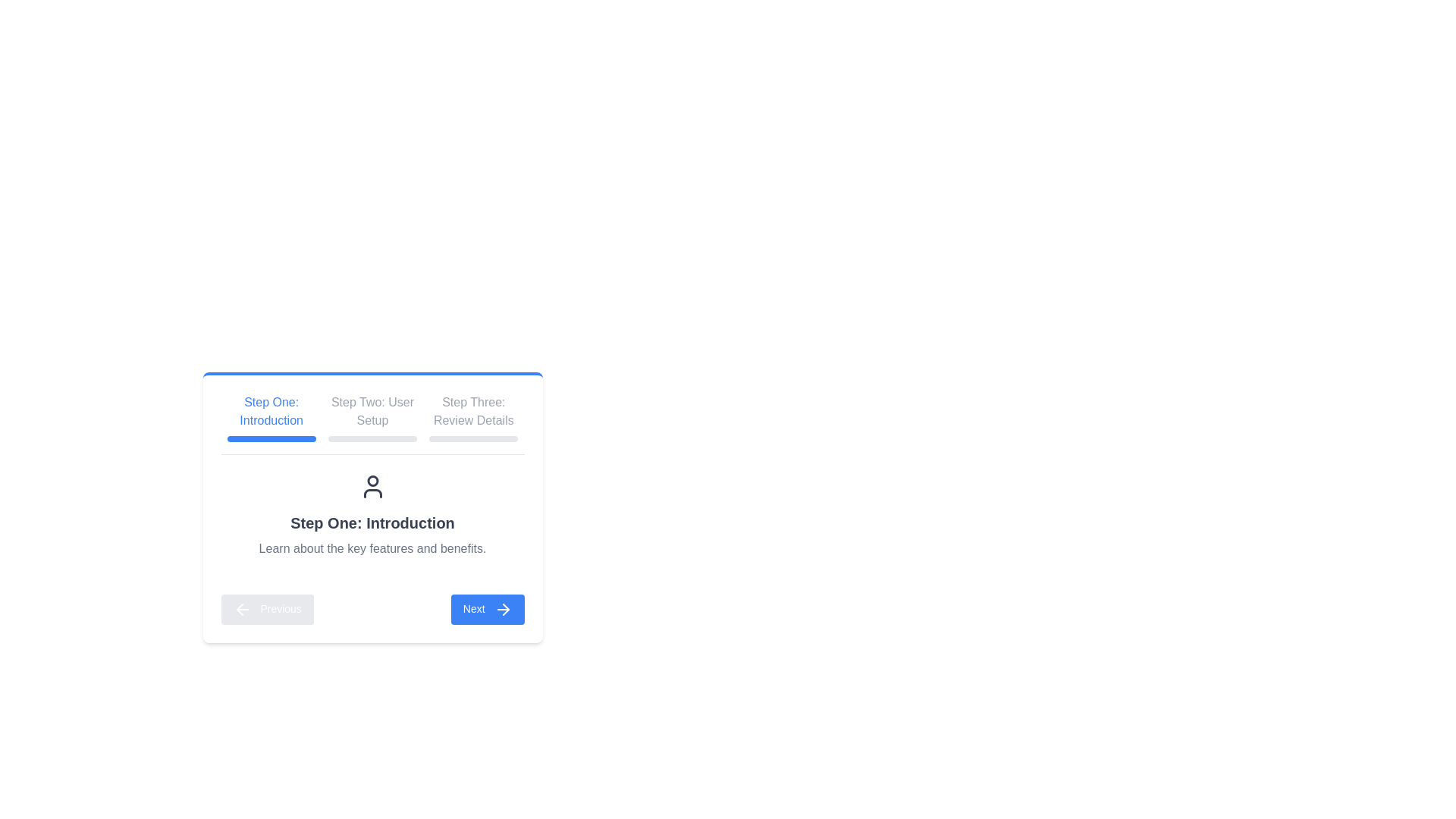 This screenshot has width=1456, height=819. Describe the element at coordinates (372, 486) in the screenshot. I see `the user icon styled with a circular head and shoulders, located above the heading 'Step One: Introduction'` at that location.